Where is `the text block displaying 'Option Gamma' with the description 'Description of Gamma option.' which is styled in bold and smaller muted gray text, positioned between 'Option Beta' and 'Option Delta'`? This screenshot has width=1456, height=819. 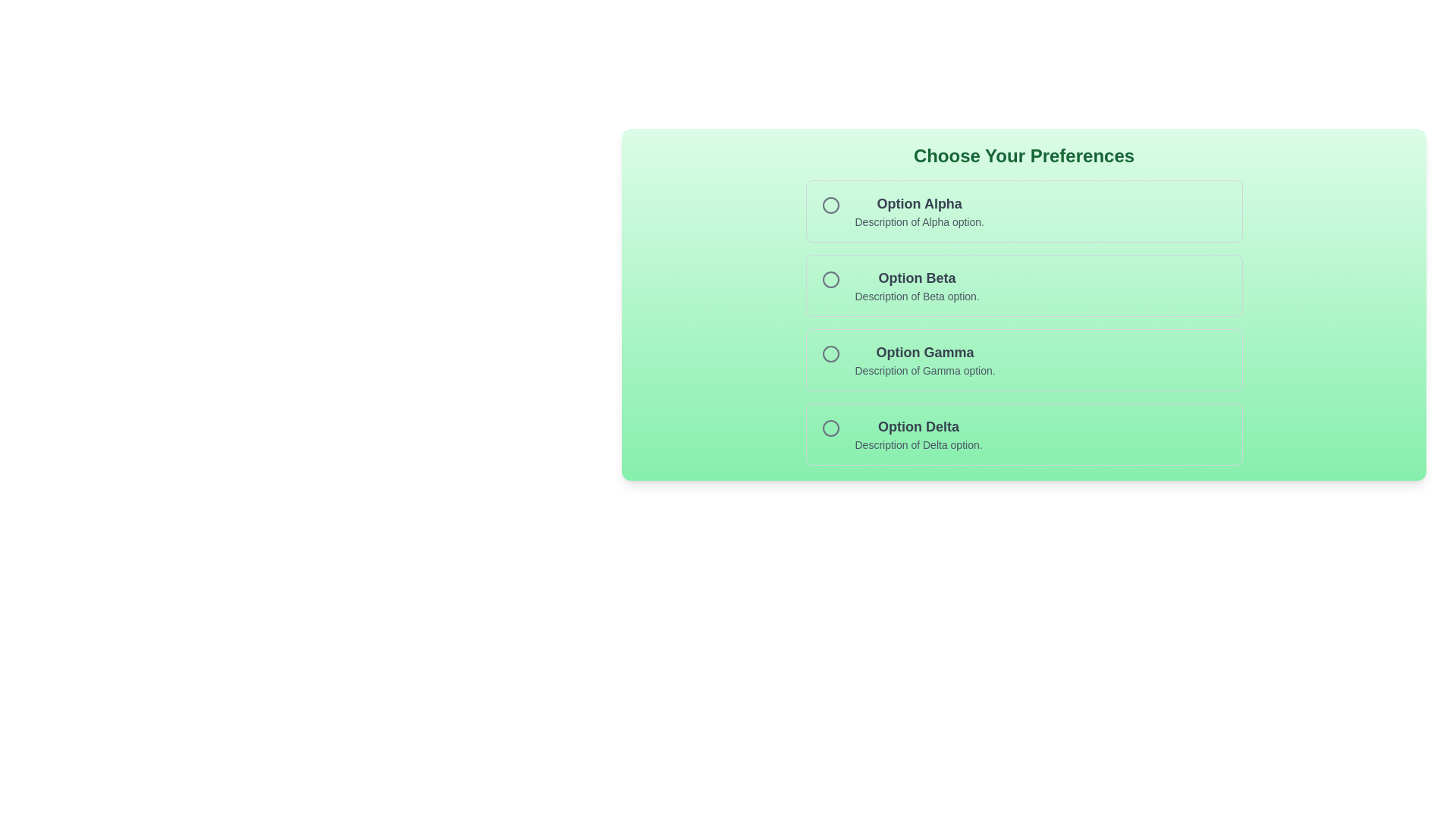 the text block displaying 'Option Gamma' with the description 'Description of Gamma option.' which is styled in bold and smaller muted gray text, positioned between 'Option Beta' and 'Option Delta' is located at coordinates (924, 359).